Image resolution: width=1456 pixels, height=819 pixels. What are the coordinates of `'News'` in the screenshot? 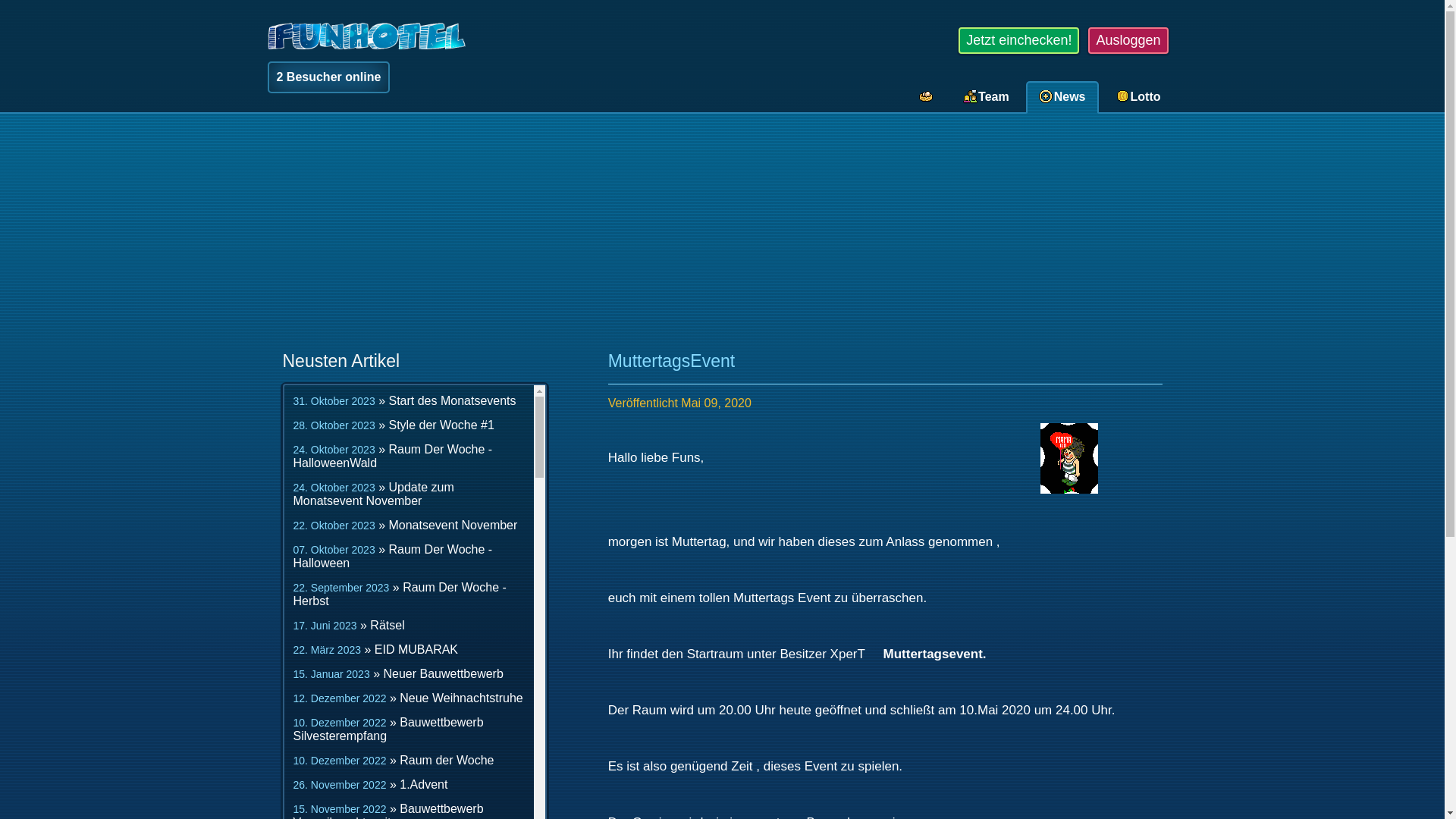 It's located at (1063, 96).